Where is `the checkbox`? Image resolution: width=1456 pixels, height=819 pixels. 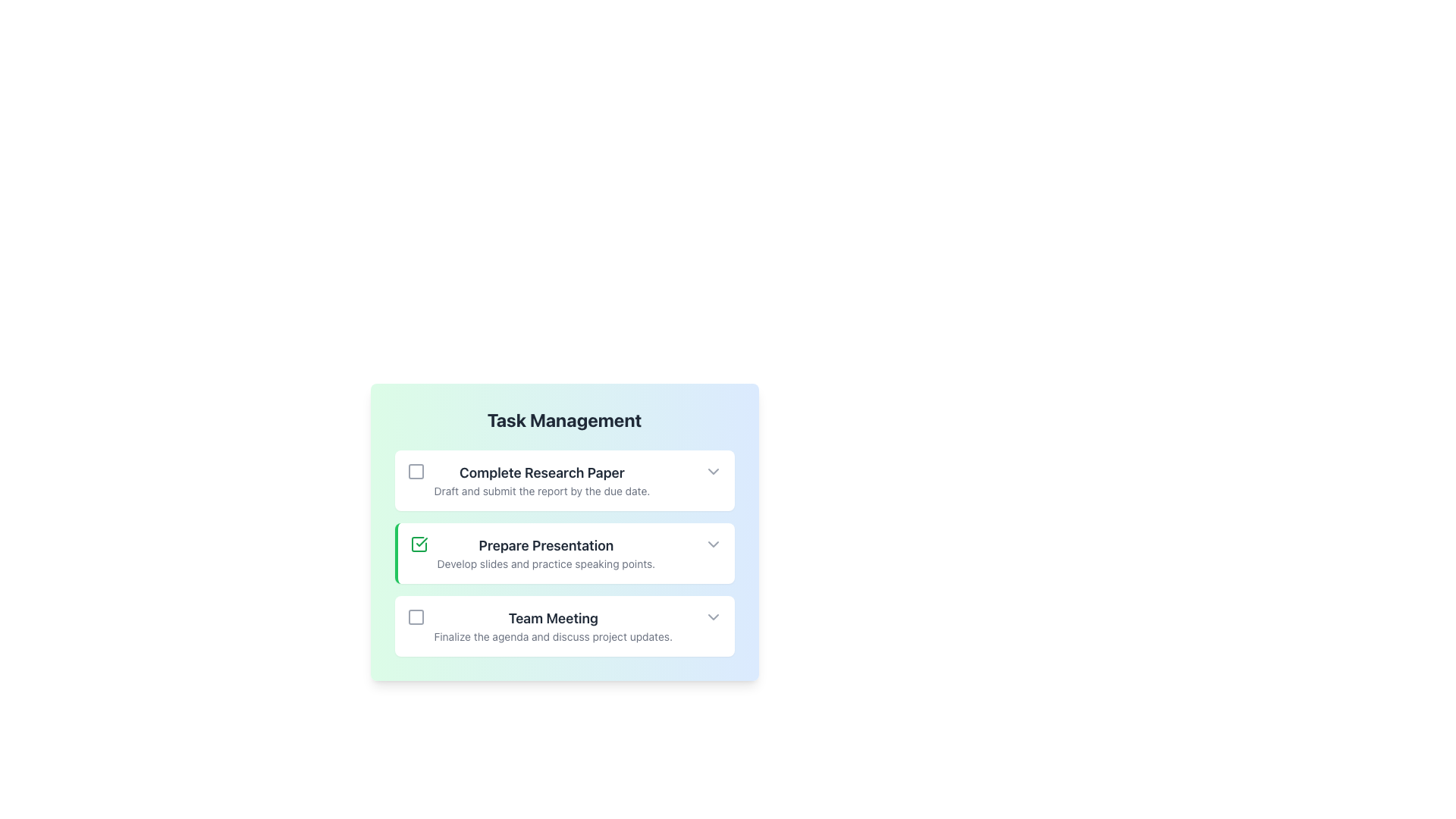
the checkbox is located at coordinates (416, 470).